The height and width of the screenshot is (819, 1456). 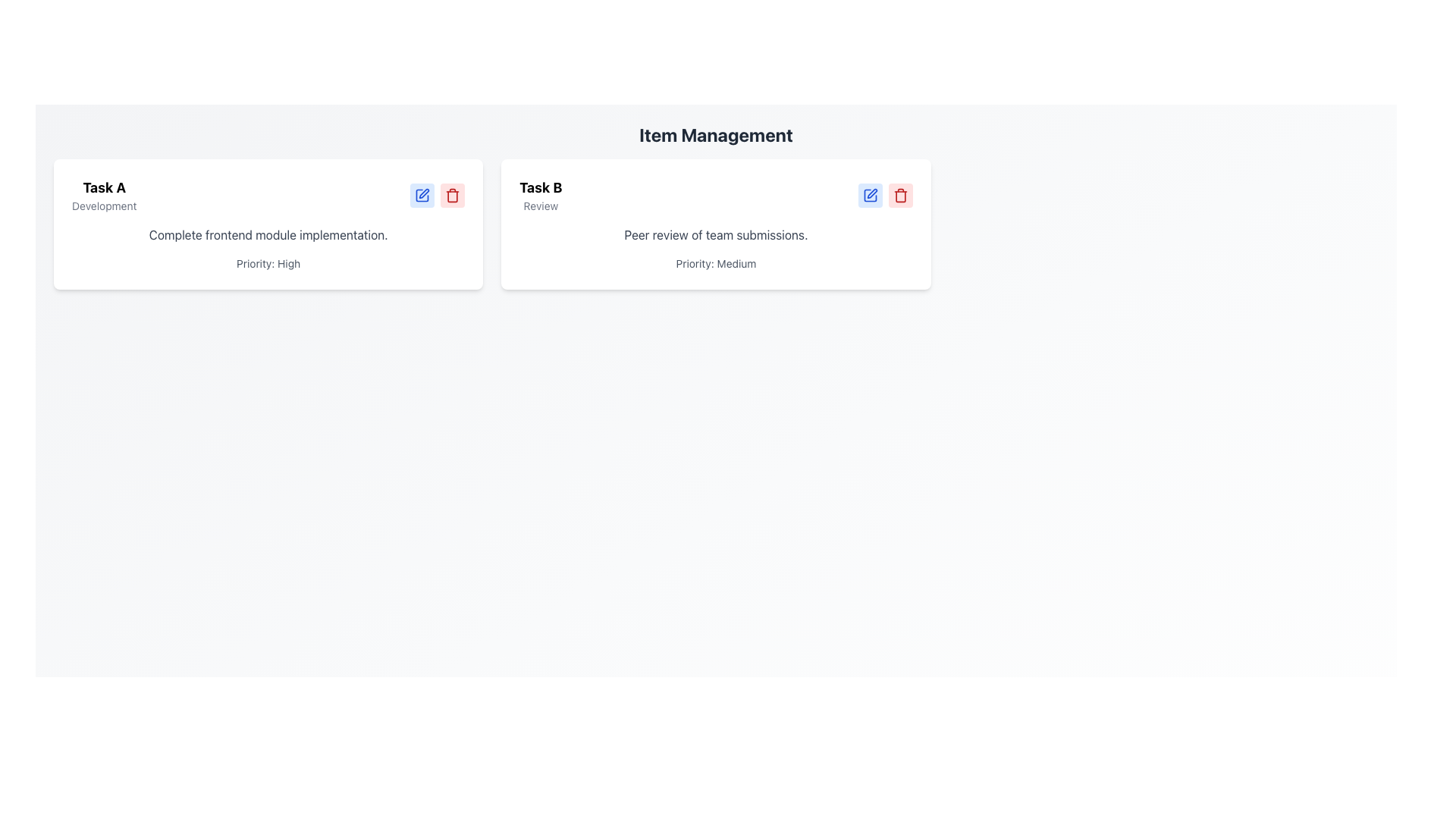 What do you see at coordinates (452, 195) in the screenshot?
I see `the small red trash bin icon located in the control section of the 'Task A' card` at bounding box center [452, 195].